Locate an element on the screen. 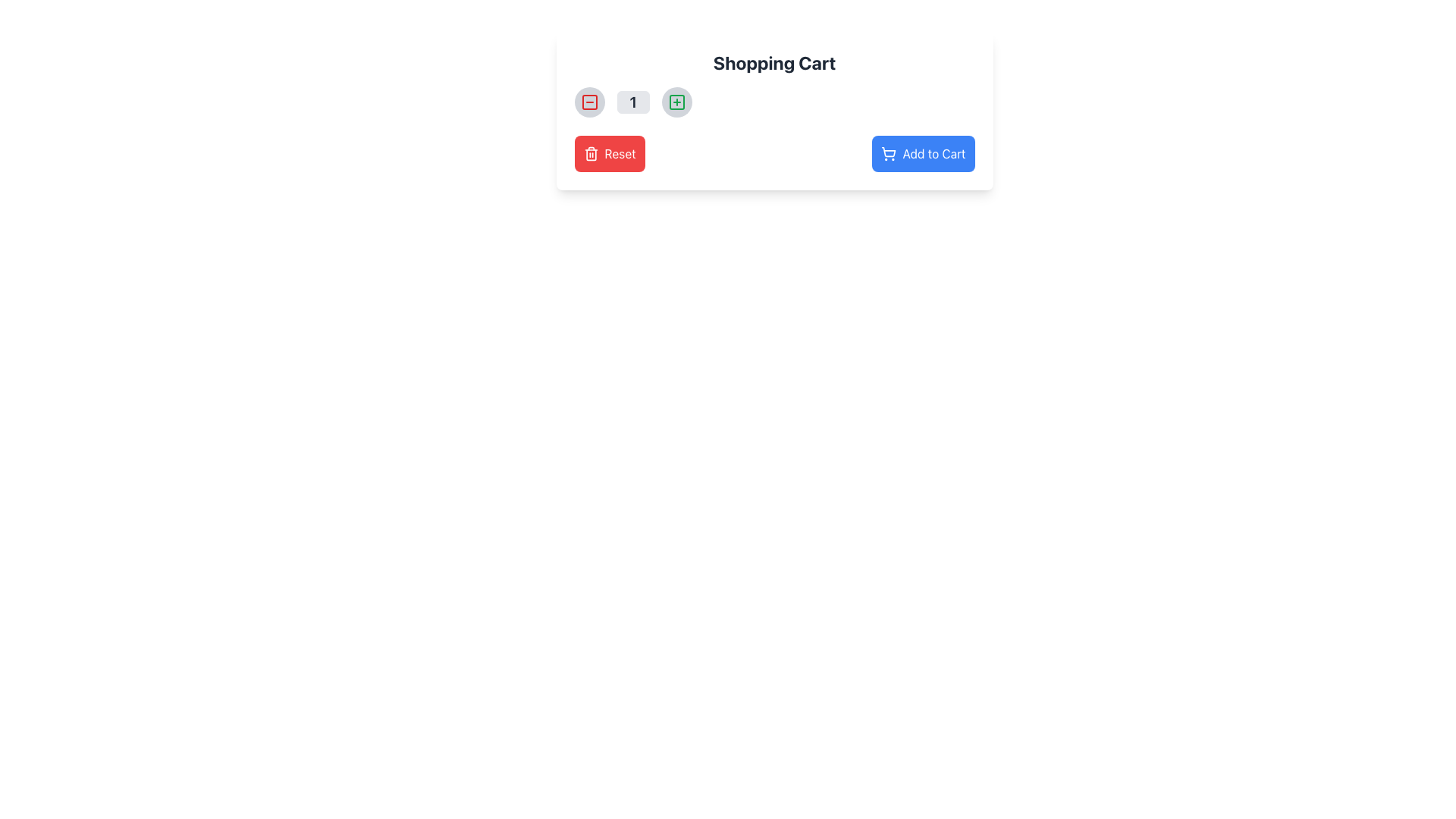  the increment button on the numeric display control for modifying a value, which is located on the right side of the numeric display labeled '1' is located at coordinates (774, 102).